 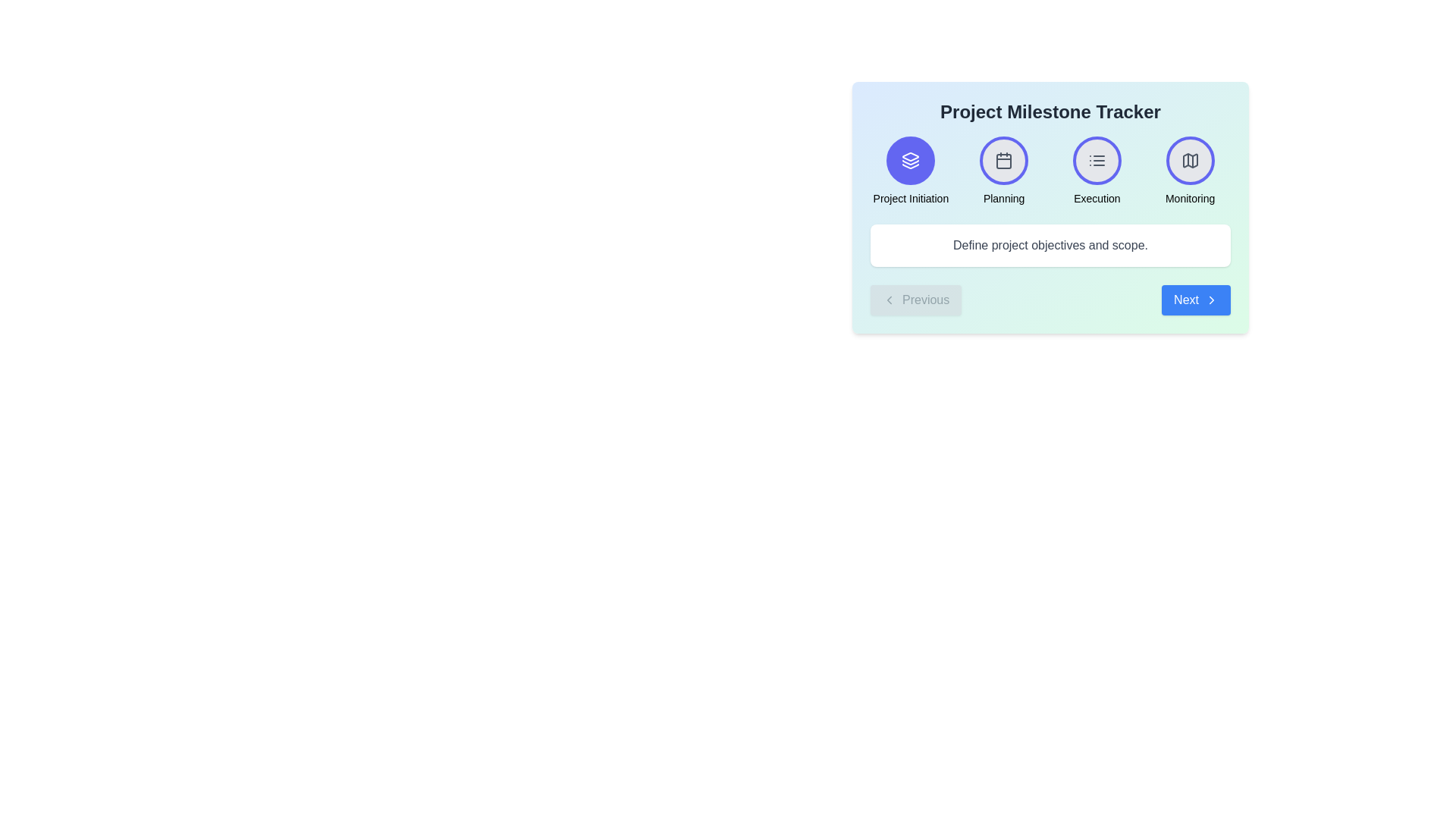 What do you see at coordinates (1004, 171) in the screenshot?
I see `the 'Planning' milestone step icon, which is represented by a calendar symbol in a circular design with the text label 'Planning' underneath, located as the second element in a row of four items` at bounding box center [1004, 171].